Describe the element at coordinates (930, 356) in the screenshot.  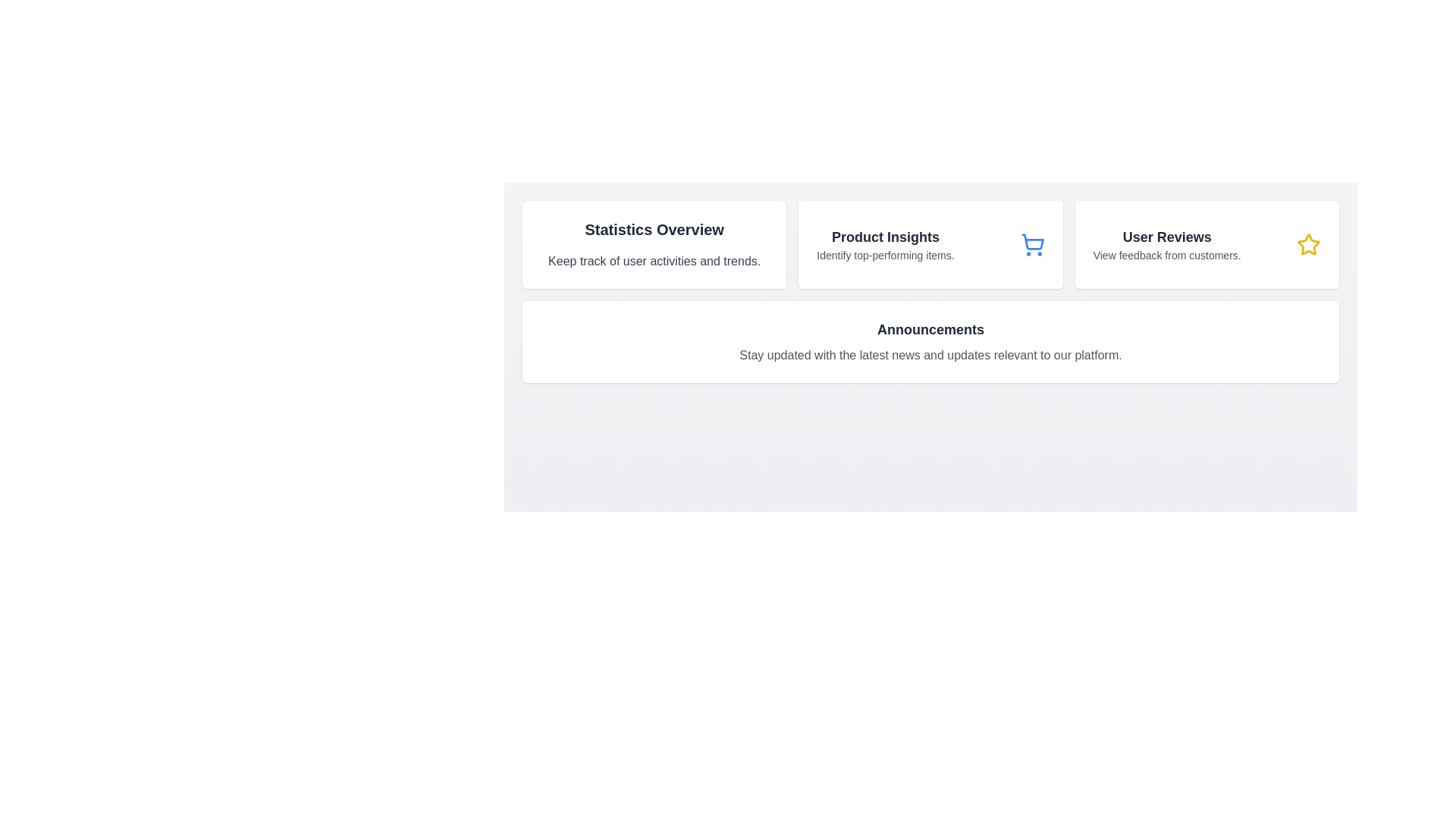
I see `static gray text located in the 'Announcements' section, directly below the bold header 'Announcements'` at that location.